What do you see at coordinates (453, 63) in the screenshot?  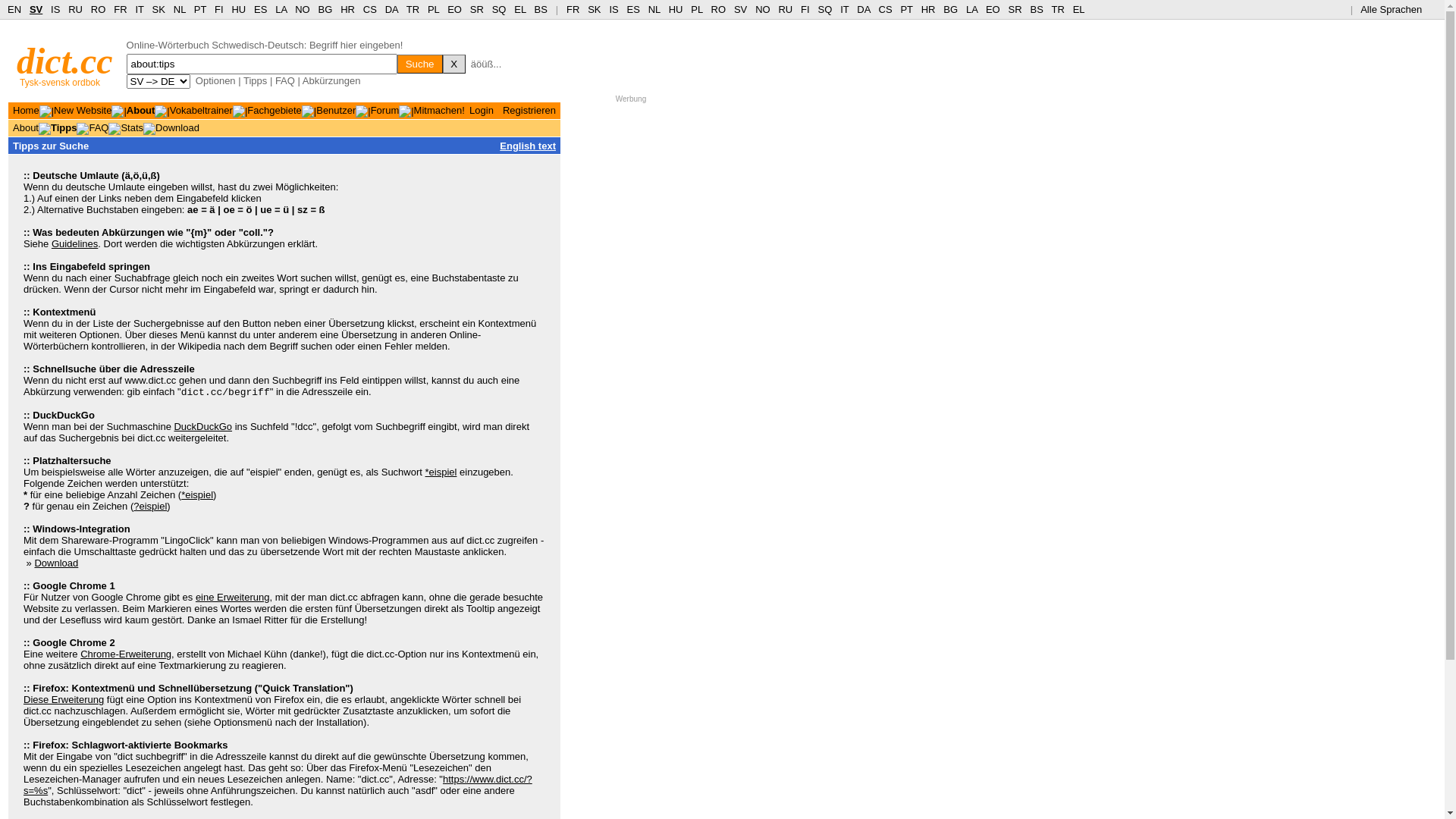 I see `'X'` at bounding box center [453, 63].